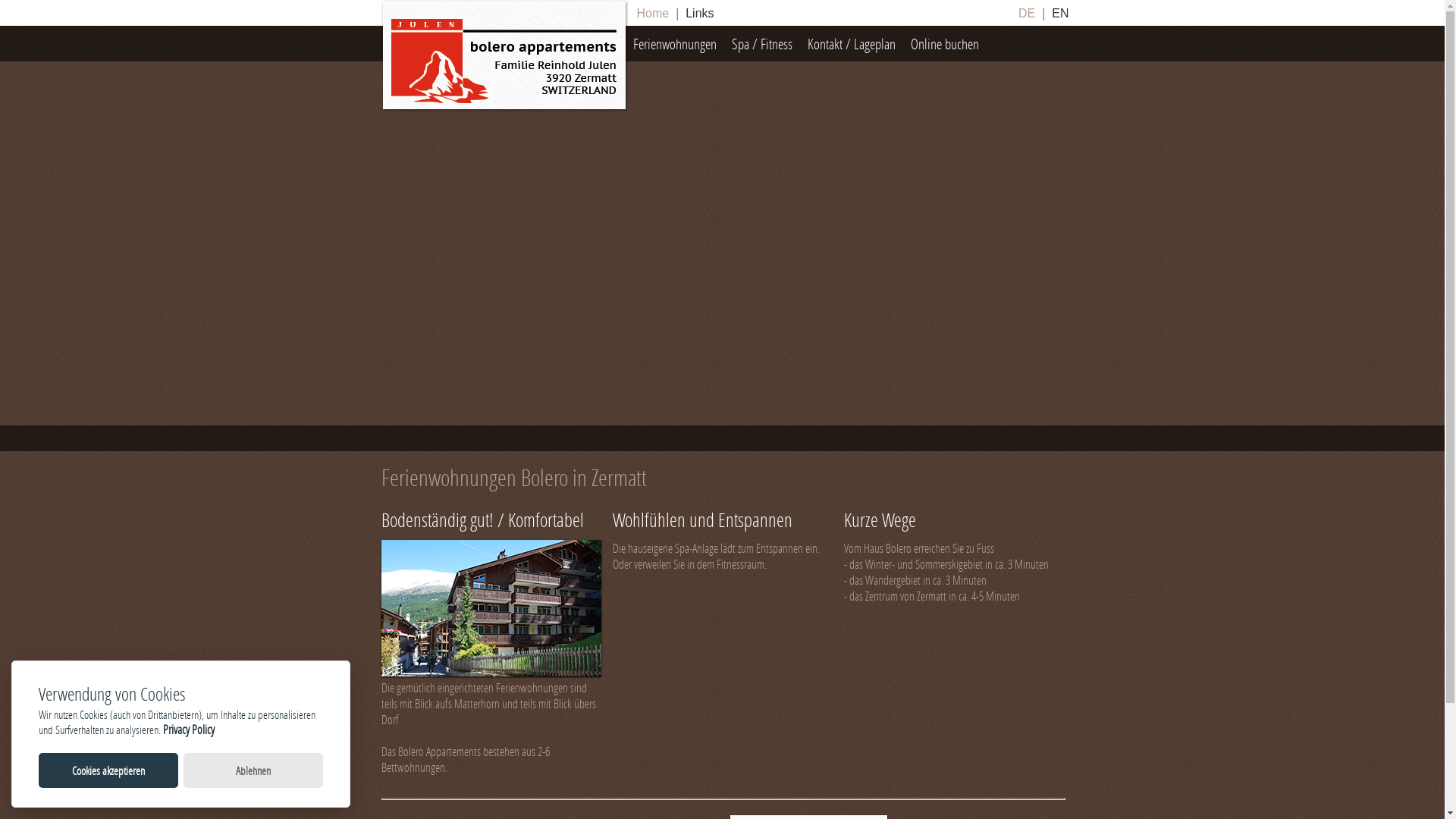 Image resolution: width=1456 pixels, height=819 pixels. I want to click on 'EN', so click(1047, 13).